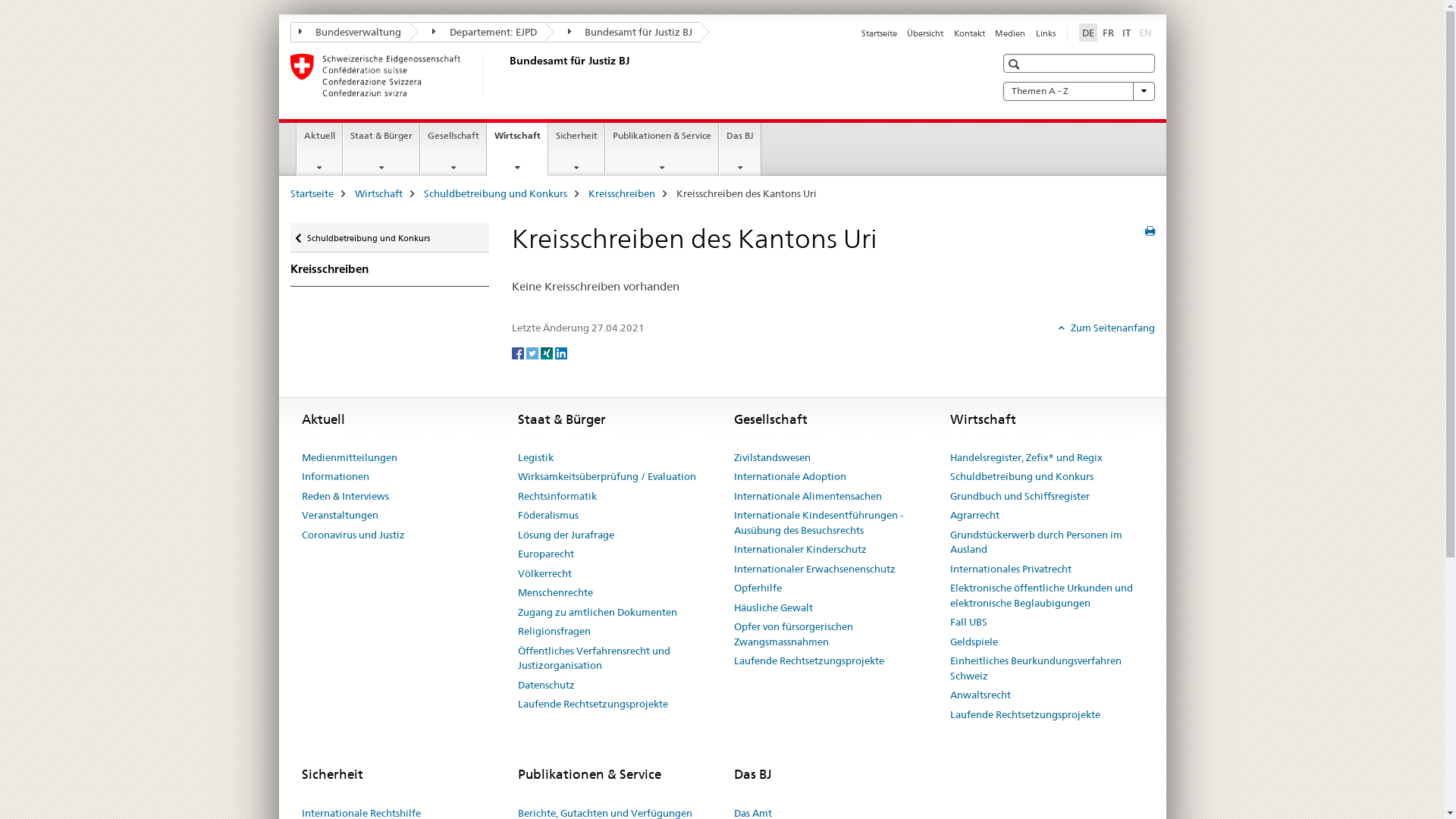 The width and height of the screenshot is (1456, 819). Describe the element at coordinates (475, 32) in the screenshot. I see `'Departement: EJPD'` at that location.